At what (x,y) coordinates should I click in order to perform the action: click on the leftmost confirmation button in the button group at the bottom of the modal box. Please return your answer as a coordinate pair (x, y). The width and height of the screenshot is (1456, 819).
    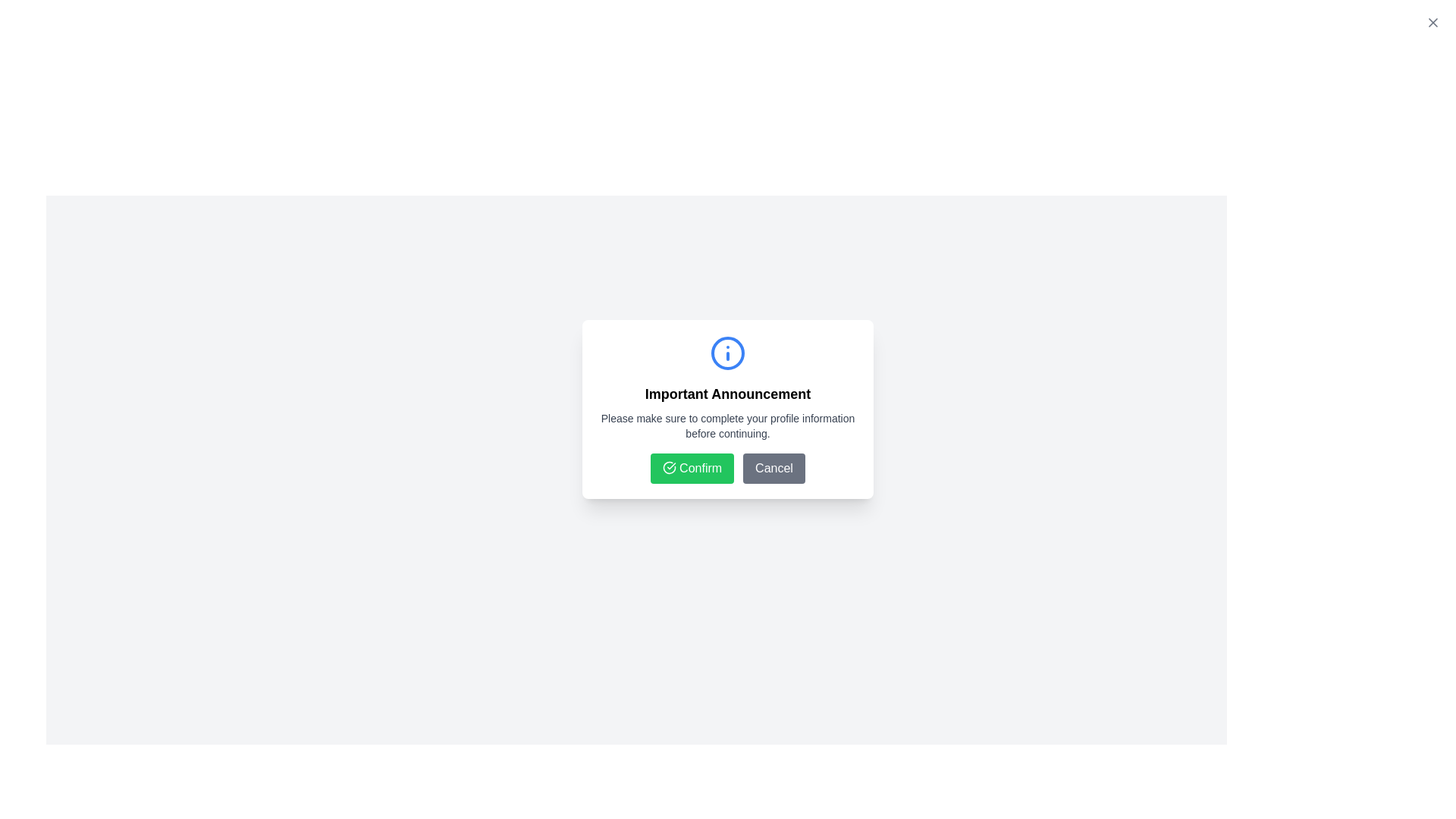
    Looking at the image, I should click on (692, 467).